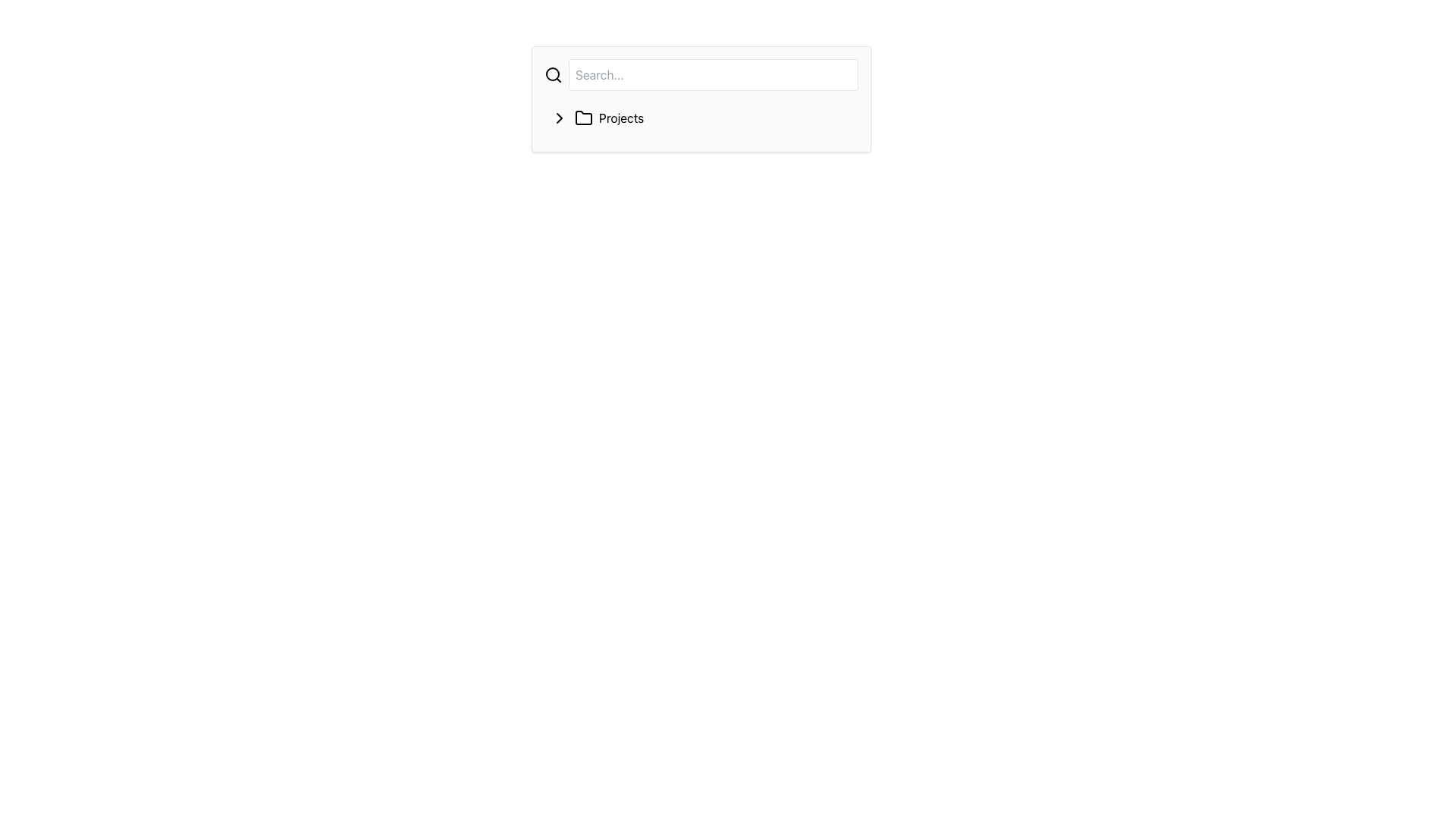 The width and height of the screenshot is (1456, 819). What do you see at coordinates (621, 117) in the screenshot?
I see `the 'Projects' text label, which is part of a navigational list and is displayed in black sans-serif font, located between a folder icon and an SVG arrow icon` at bounding box center [621, 117].